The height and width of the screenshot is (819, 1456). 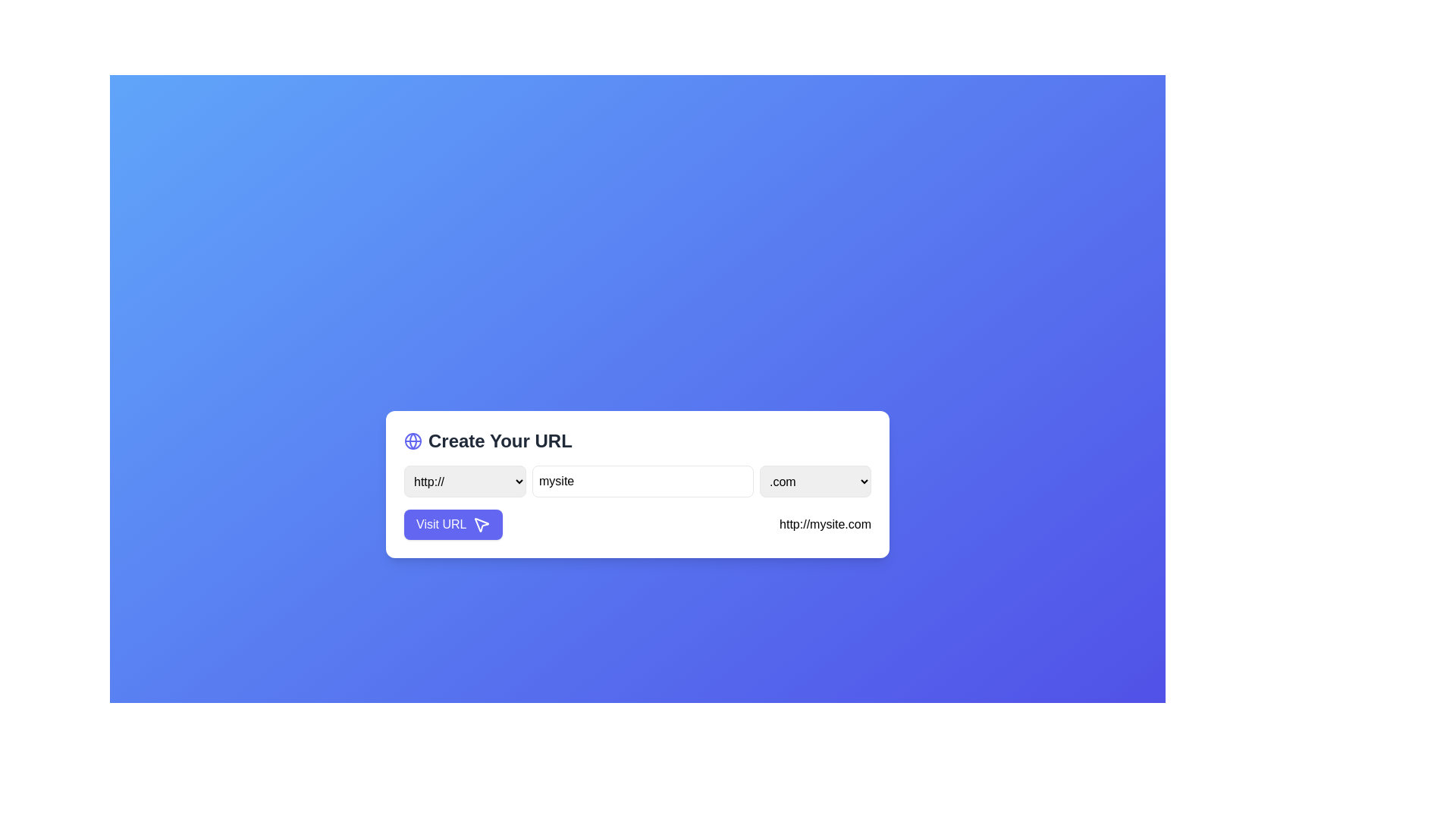 What do you see at coordinates (481, 524) in the screenshot?
I see `the decorative vector graphic icon located at the bottom-right of the 'Visit URL' button` at bounding box center [481, 524].